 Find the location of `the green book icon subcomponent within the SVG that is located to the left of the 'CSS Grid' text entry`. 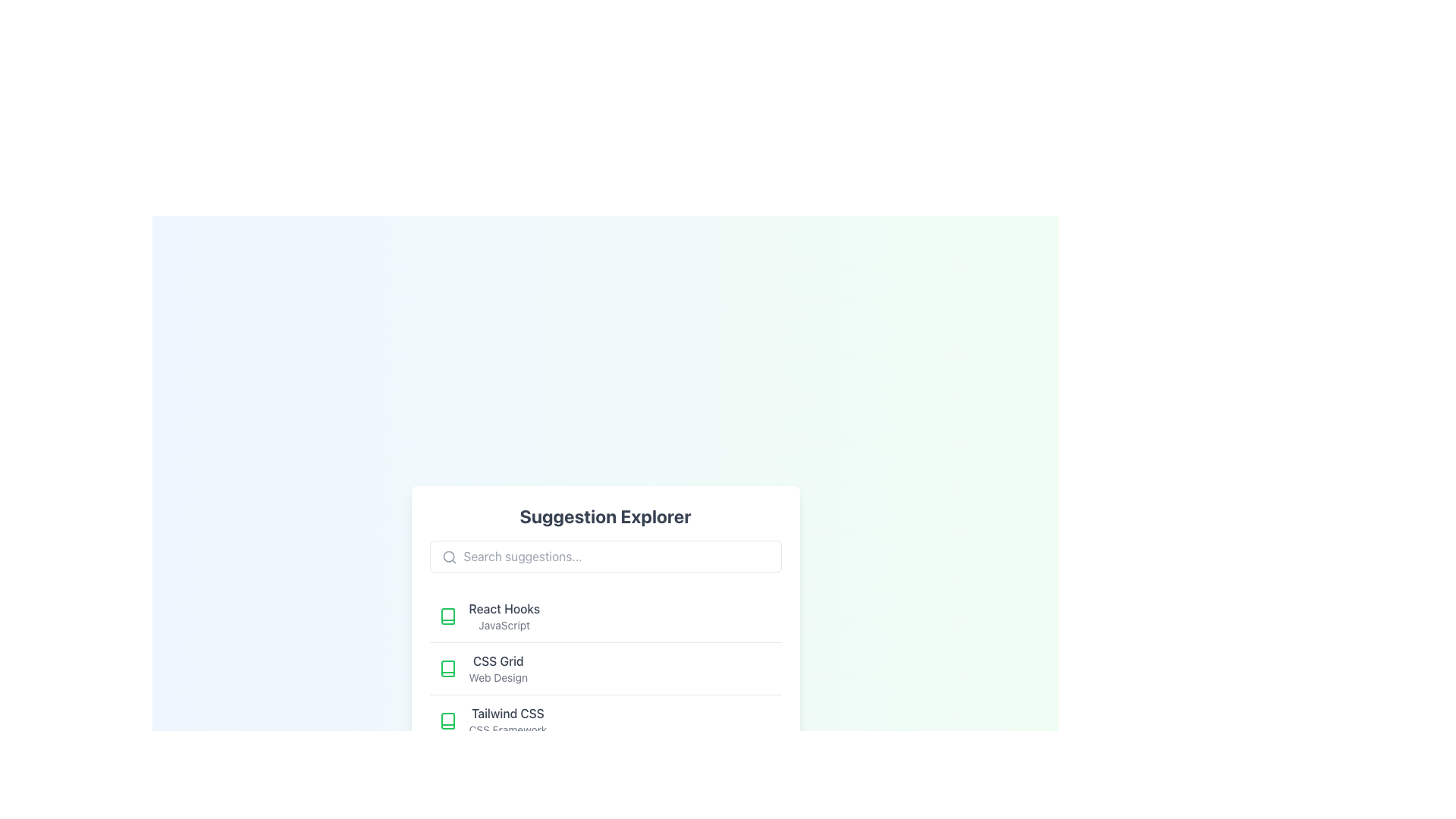

the green book icon subcomponent within the SVG that is located to the left of the 'CSS Grid' text entry is located at coordinates (447, 668).